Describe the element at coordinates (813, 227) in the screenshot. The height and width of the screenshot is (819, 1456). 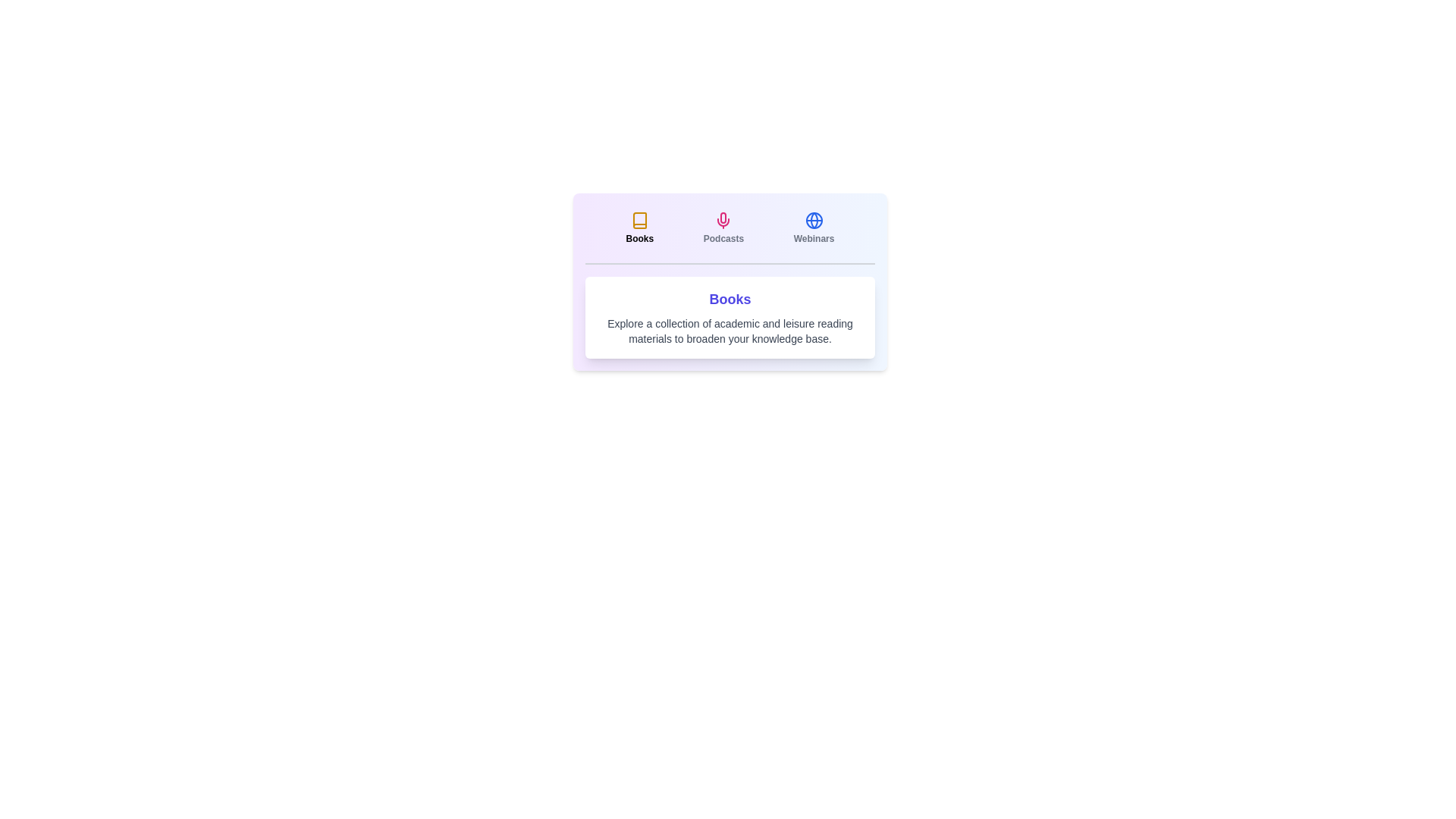
I see `the Webinars tab by clicking on it` at that location.